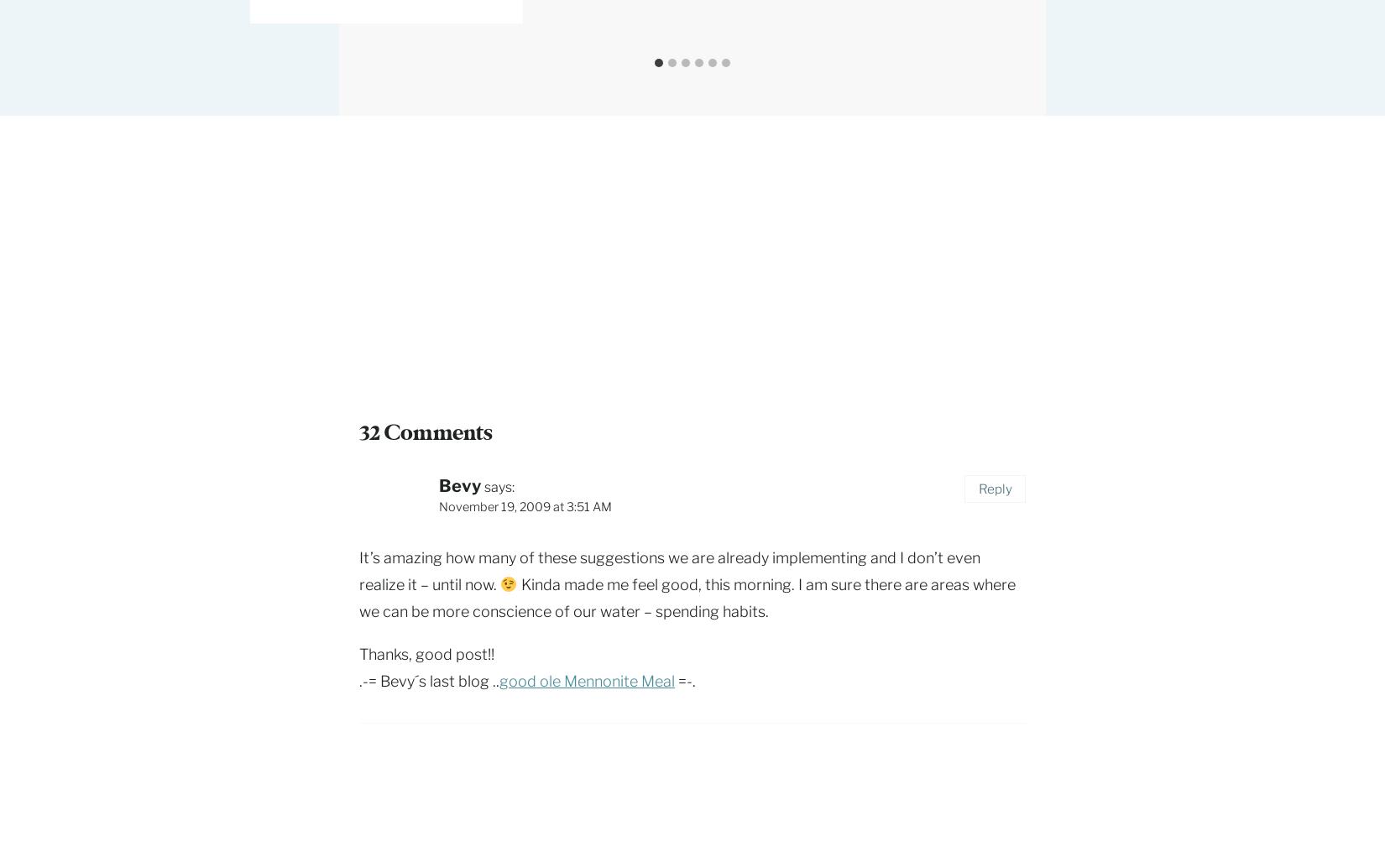 This screenshot has width=1385, height=868. I want to click on '=-.', so click(674, 680).